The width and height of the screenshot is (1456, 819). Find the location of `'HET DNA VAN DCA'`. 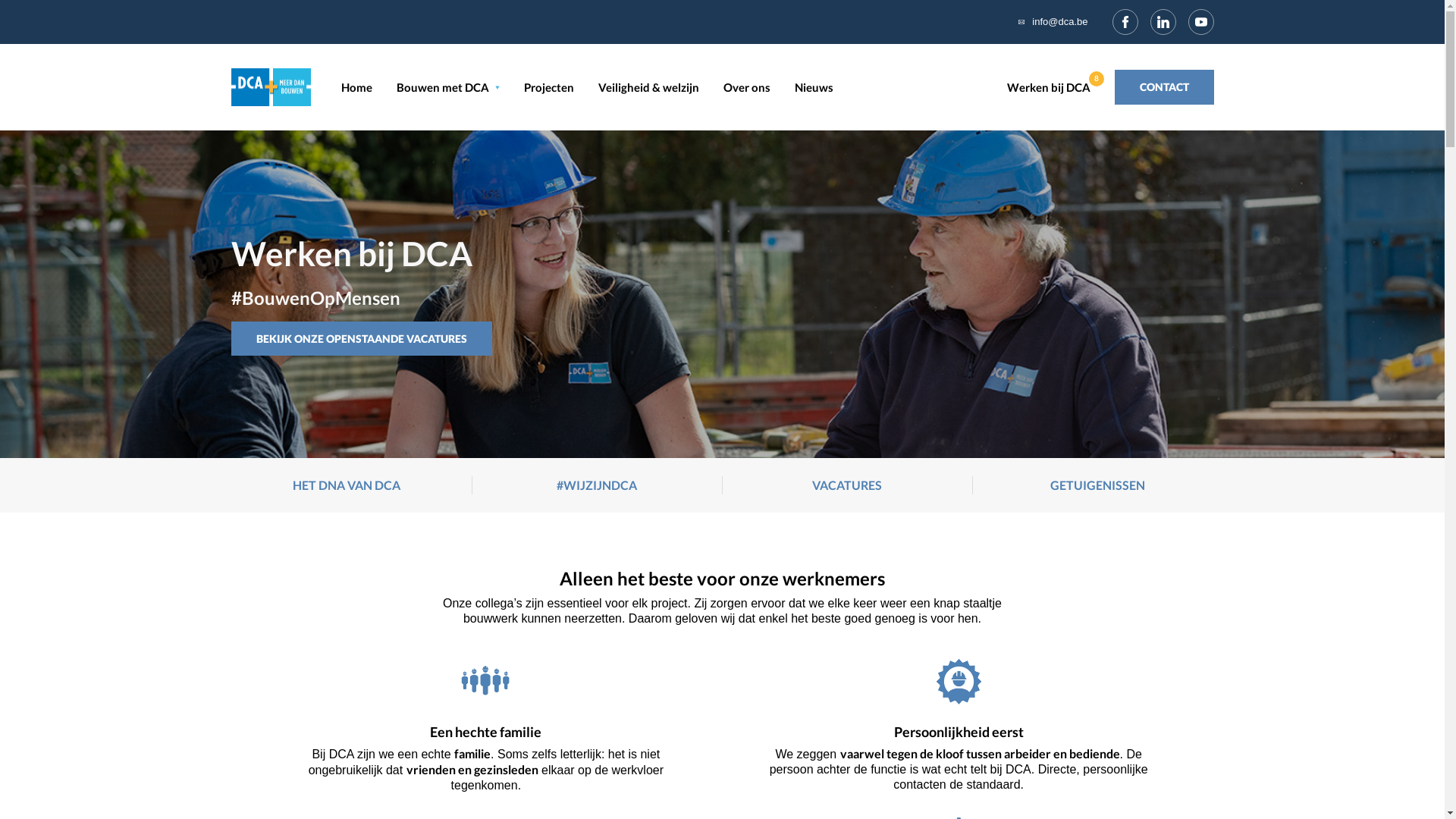

'HET DNA VAN DCA' is located at coordinates (345, 485).